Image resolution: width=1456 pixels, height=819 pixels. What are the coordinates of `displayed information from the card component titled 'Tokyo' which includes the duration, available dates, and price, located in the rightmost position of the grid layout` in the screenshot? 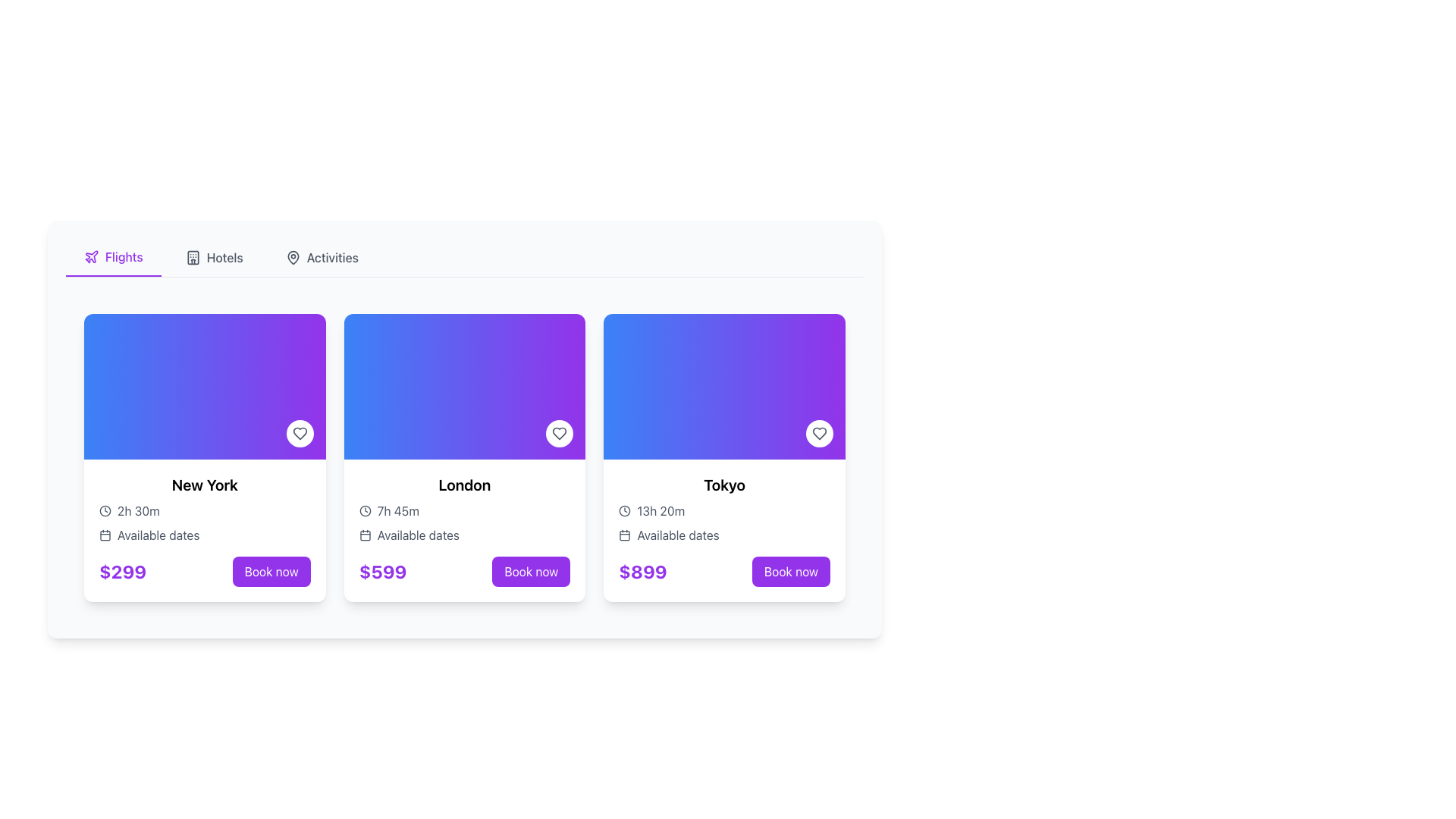 It's located at (723, 529).